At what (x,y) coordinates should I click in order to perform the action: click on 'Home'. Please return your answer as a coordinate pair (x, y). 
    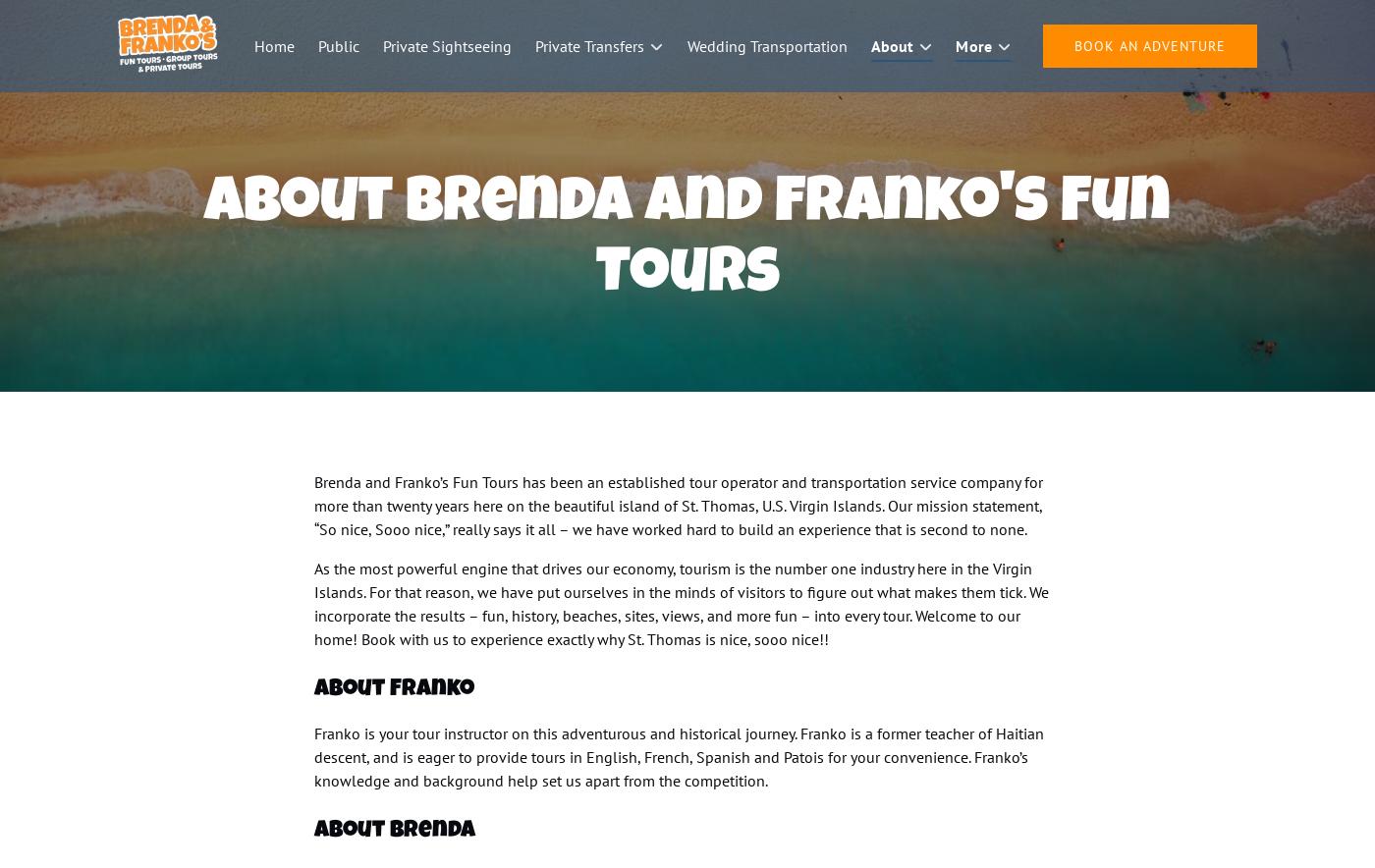
    Looking at the image, I should click on (253, 45).